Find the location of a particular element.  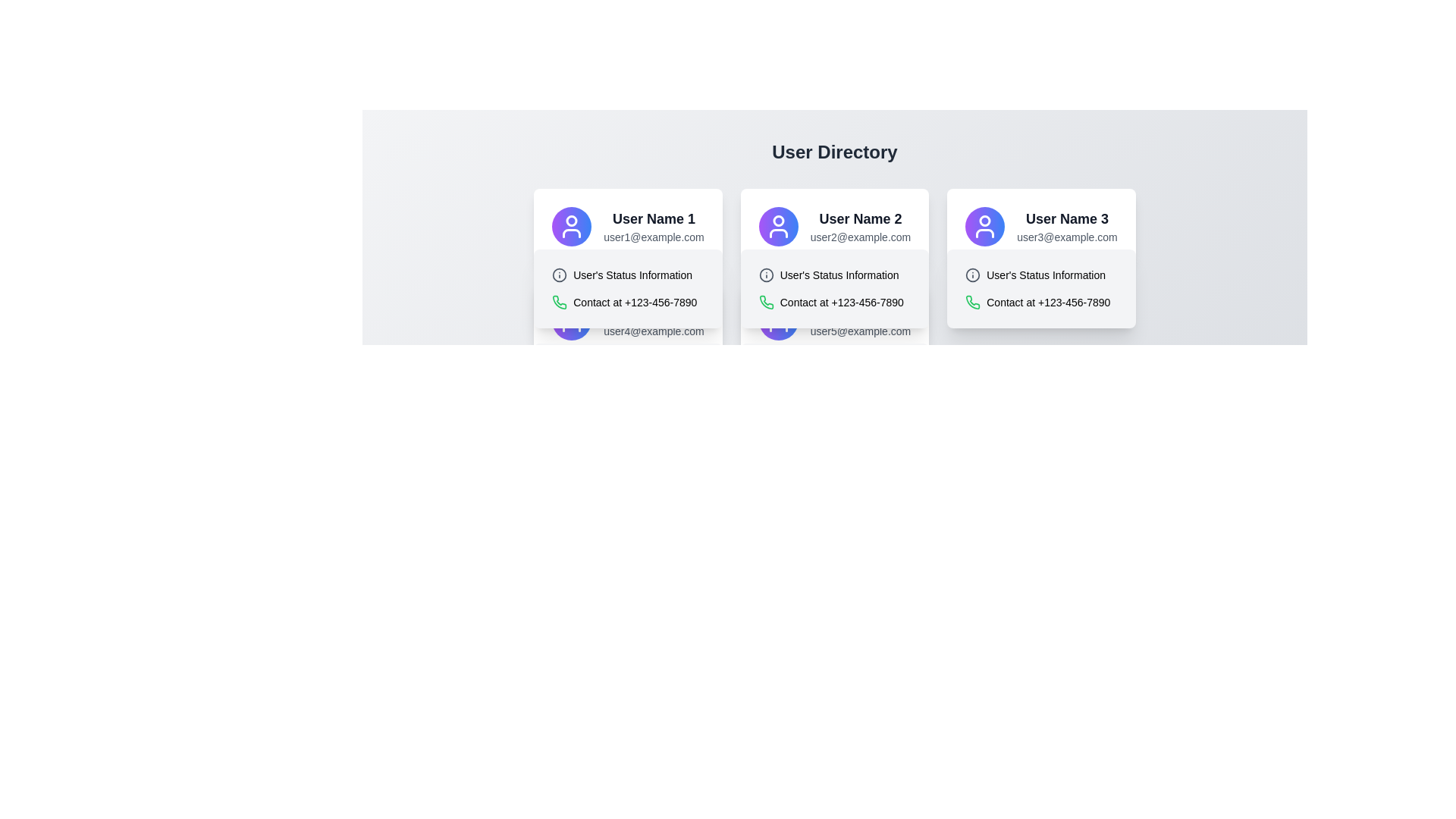

the Label with icon that provides additional context or status about the user, located in the upper half of the card structure below the title and email information is located at coordinates (628, 275).